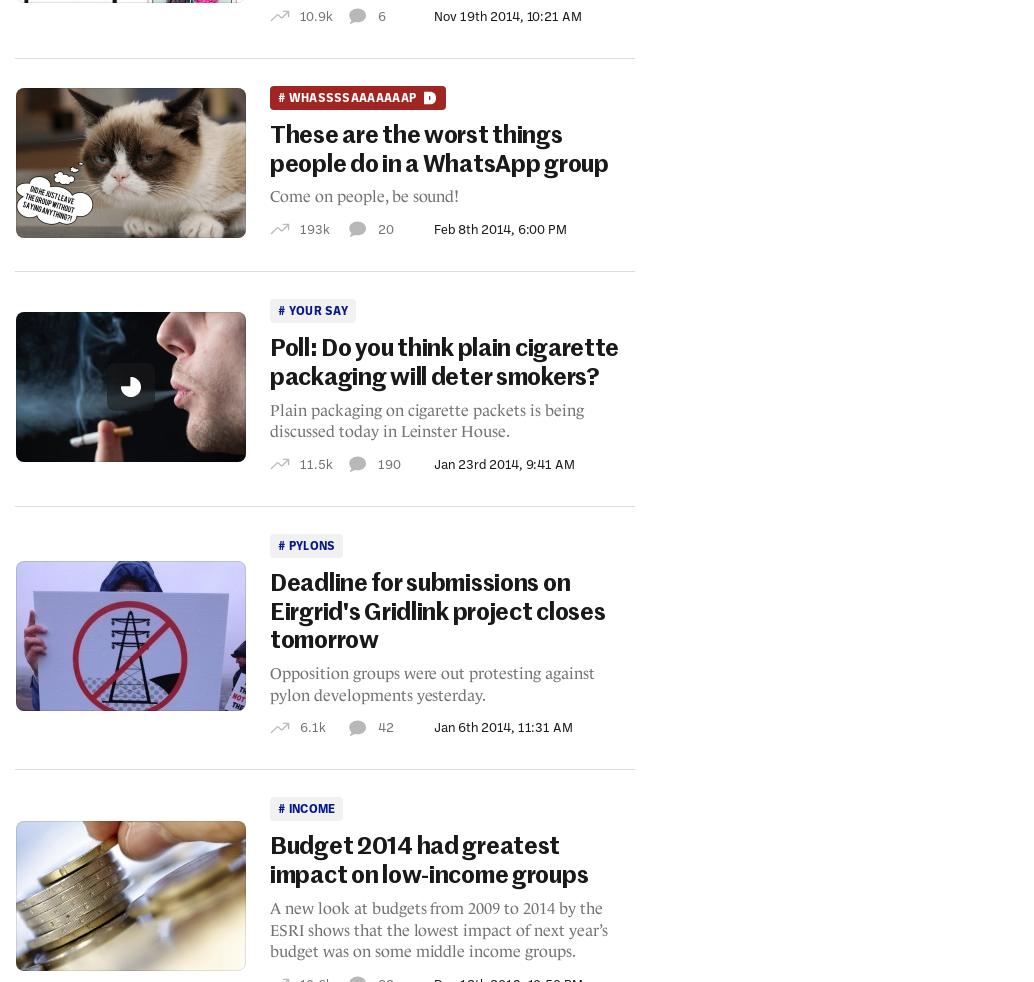 The width and height of the screenshot is (1034, 982). What do you see at coordinates (384, 725) in the screenshot?
I see `'42'` at bounding box center [384, 725].